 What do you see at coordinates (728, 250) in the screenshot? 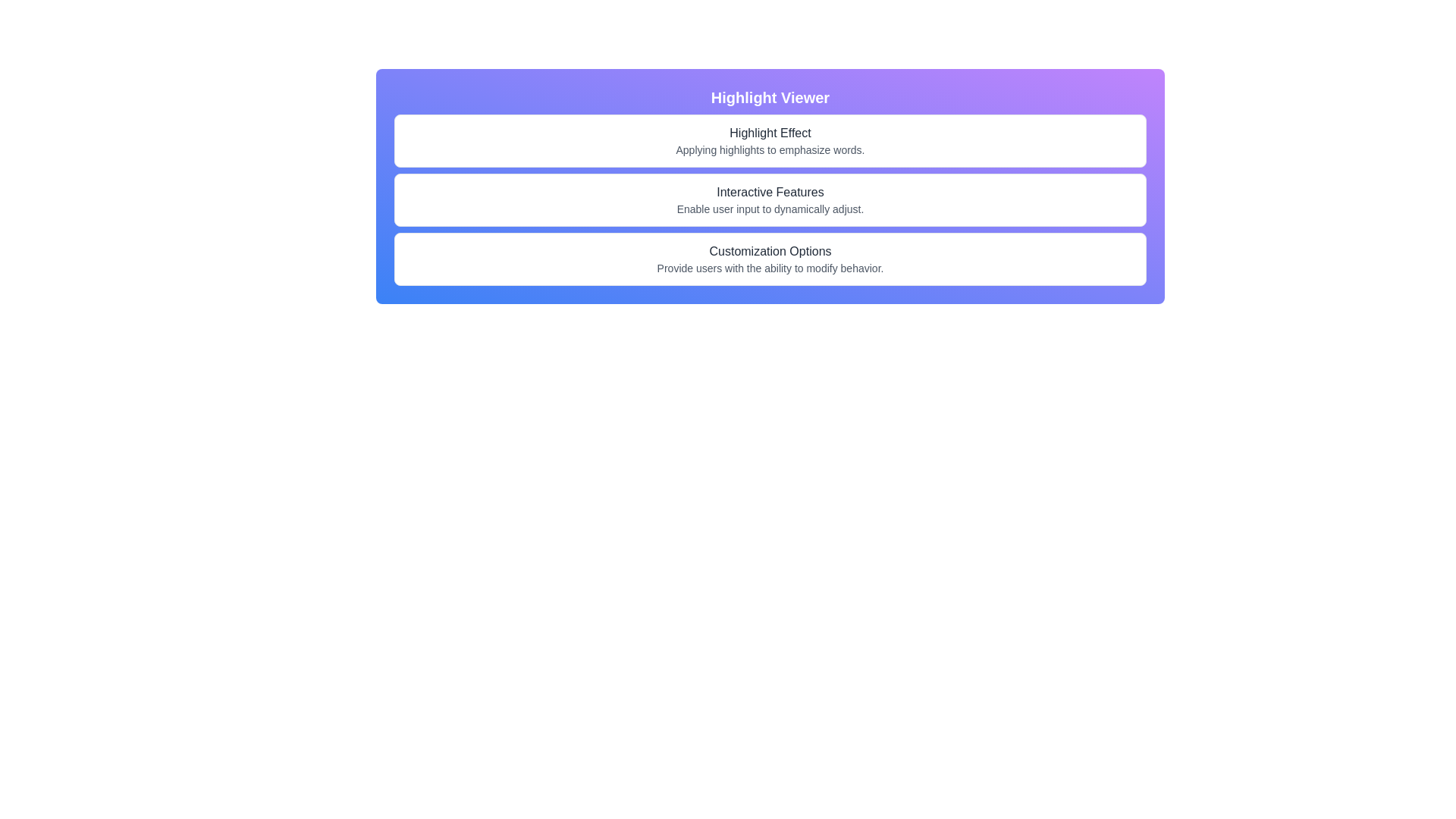
I see `the third letter 'm' in the word 'Customization'` at bounding box center [728, 250].